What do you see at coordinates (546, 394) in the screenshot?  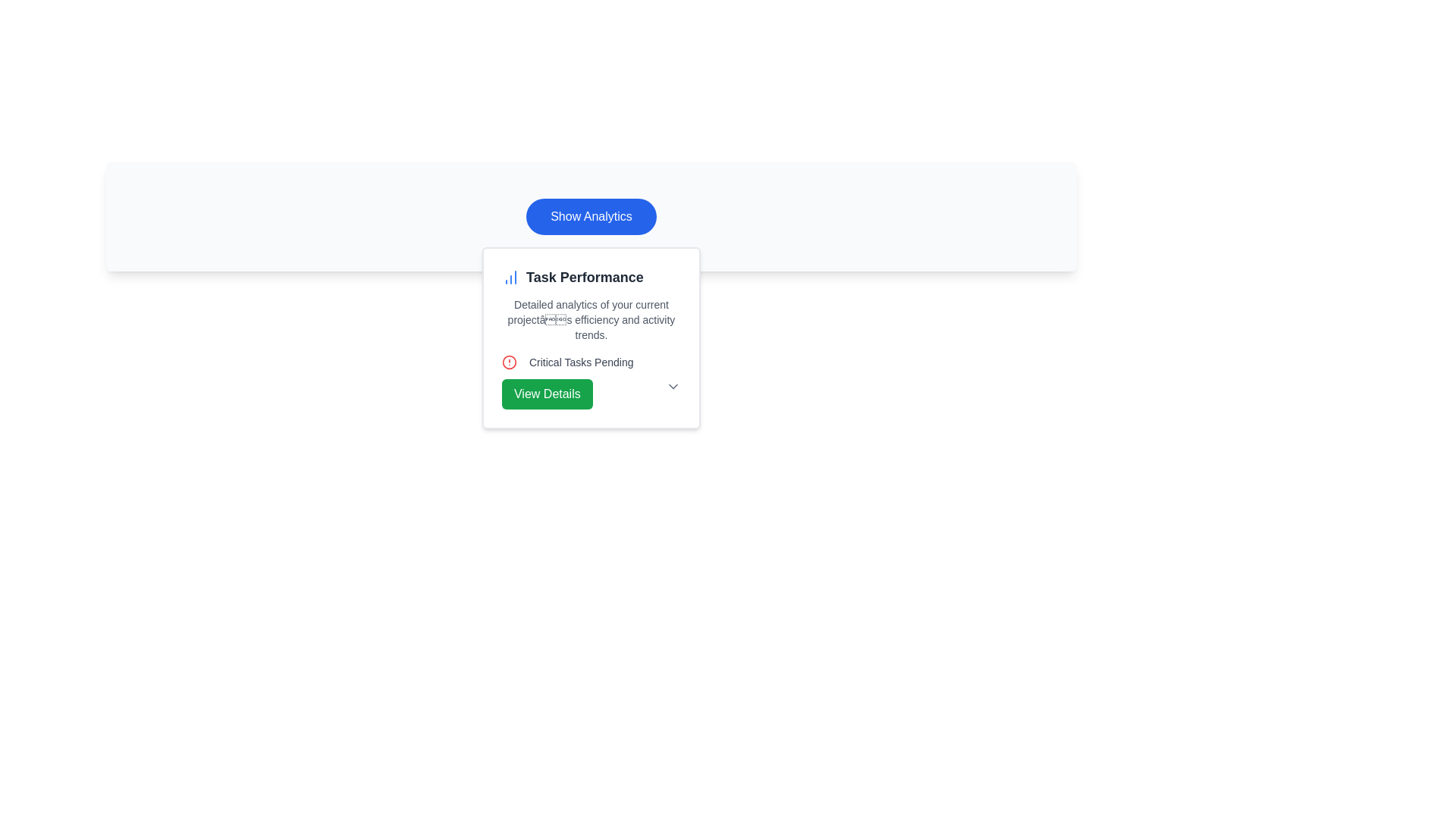 I see `the green rectangular button labeled 'View Details' located at the bottom of the 'Task Performance' card to initiate navigation` at bounding box center [546, 394].